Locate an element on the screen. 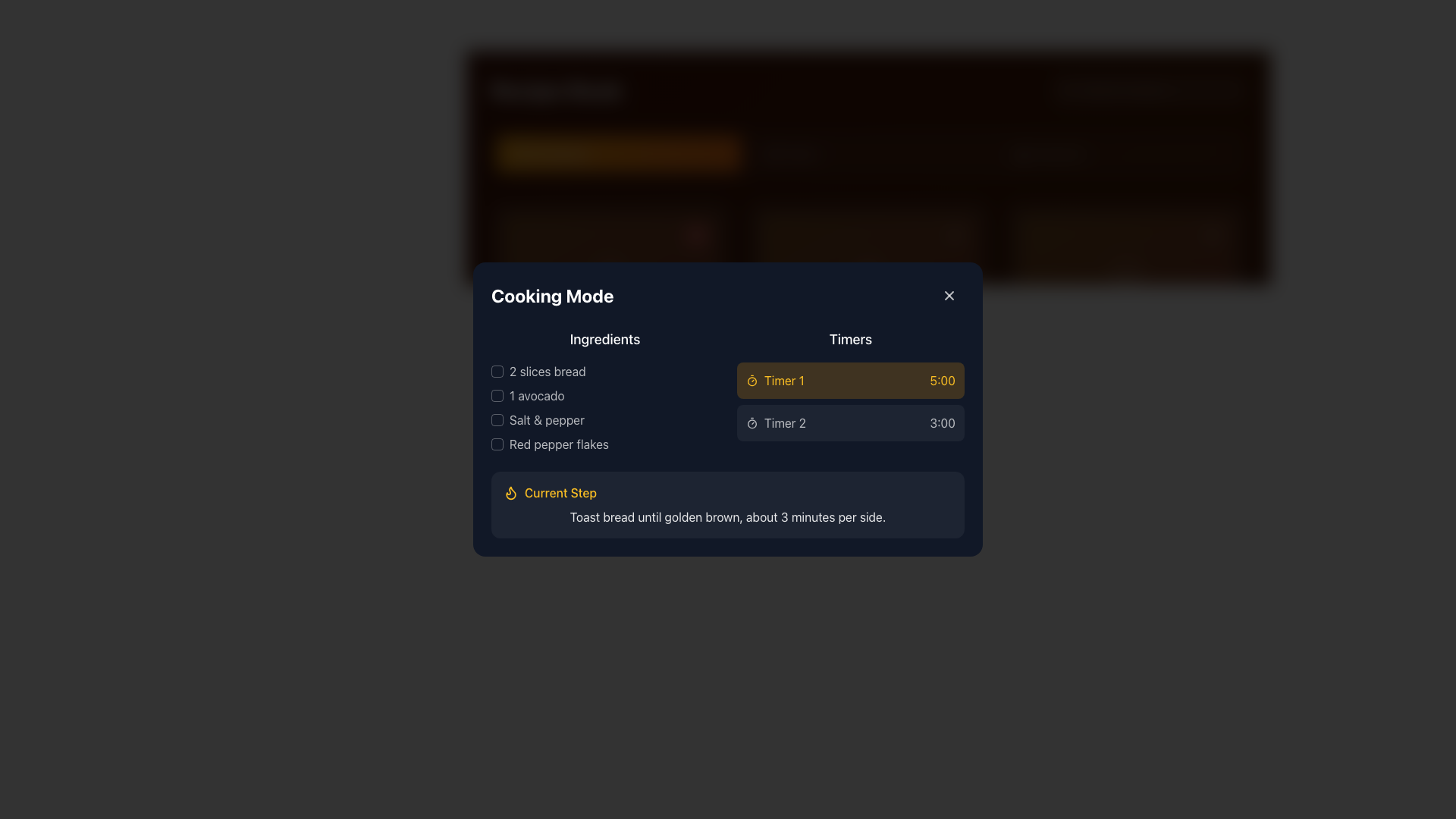 The image size is (1456, 819). the 'Timer 1' label which displays the text in bold font style, positioned next to a clock icon within the 'Timers' section is located at coordinates (784, 379).